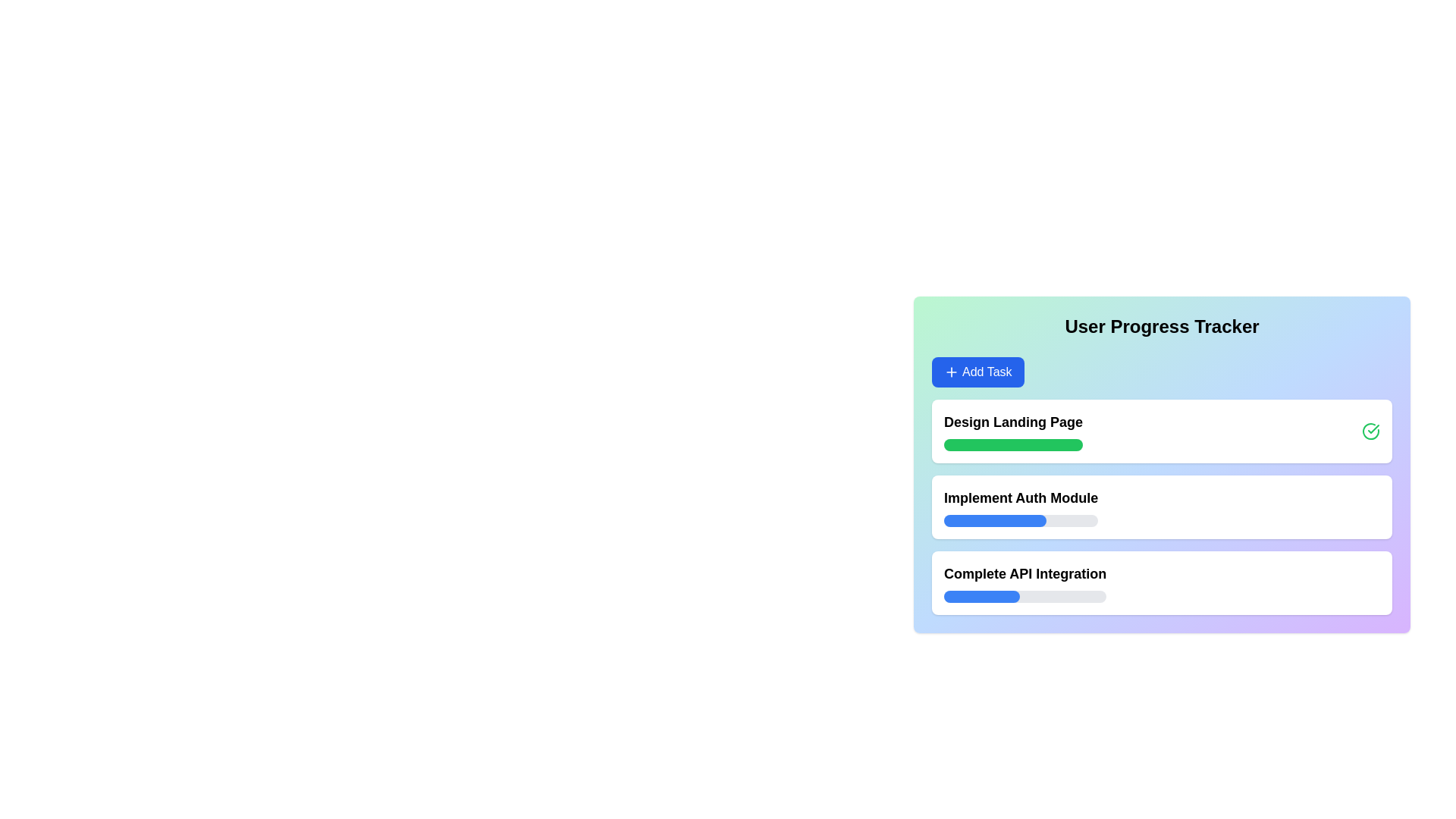  I want to click on the progress bar indicating the completion percentage for the task 'Design Landing Page', which is located directly below the task title in the user progress tracker interface, so click(1013, 444).